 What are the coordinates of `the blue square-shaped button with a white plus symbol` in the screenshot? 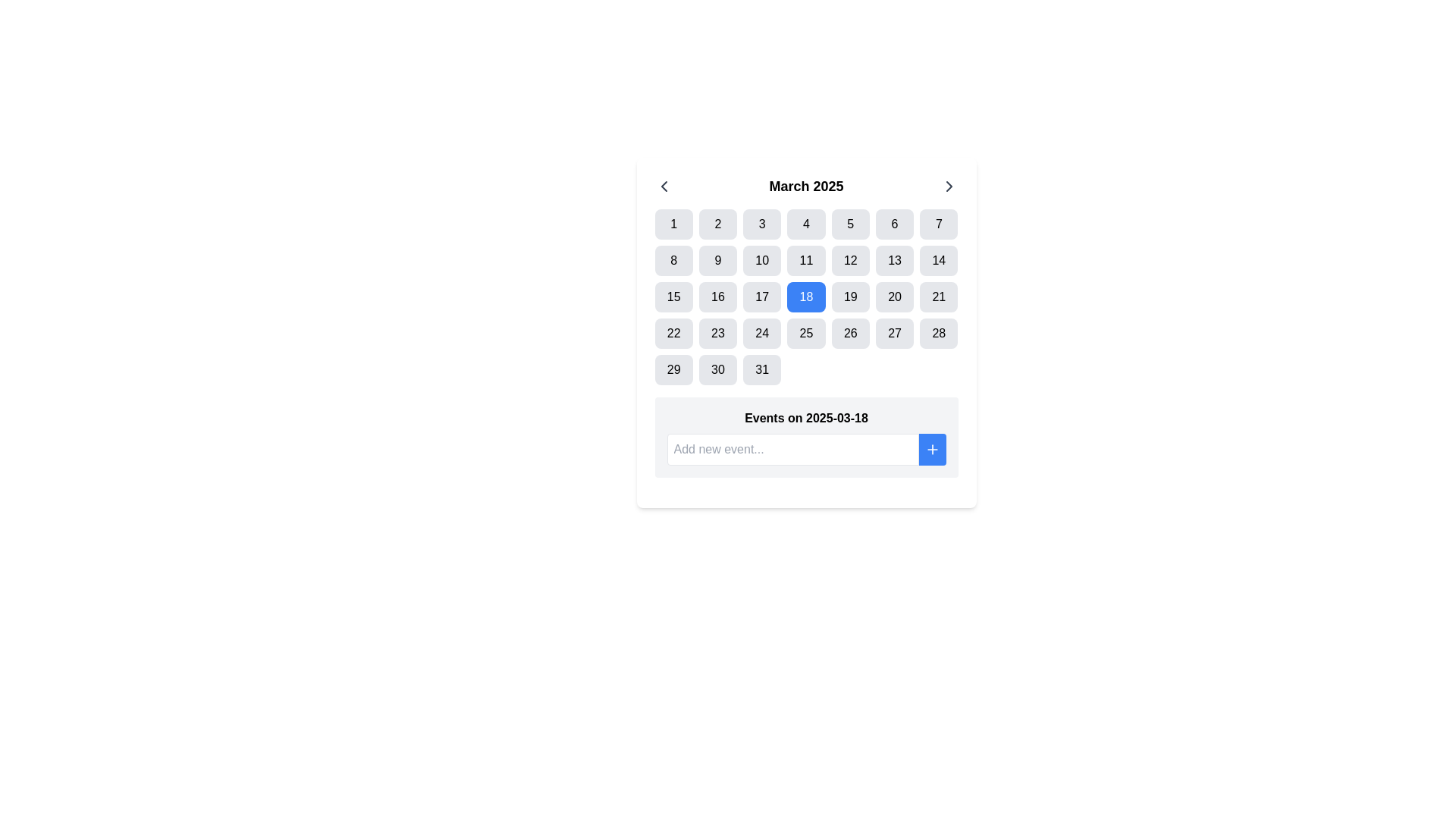 It's located at (931, 449).